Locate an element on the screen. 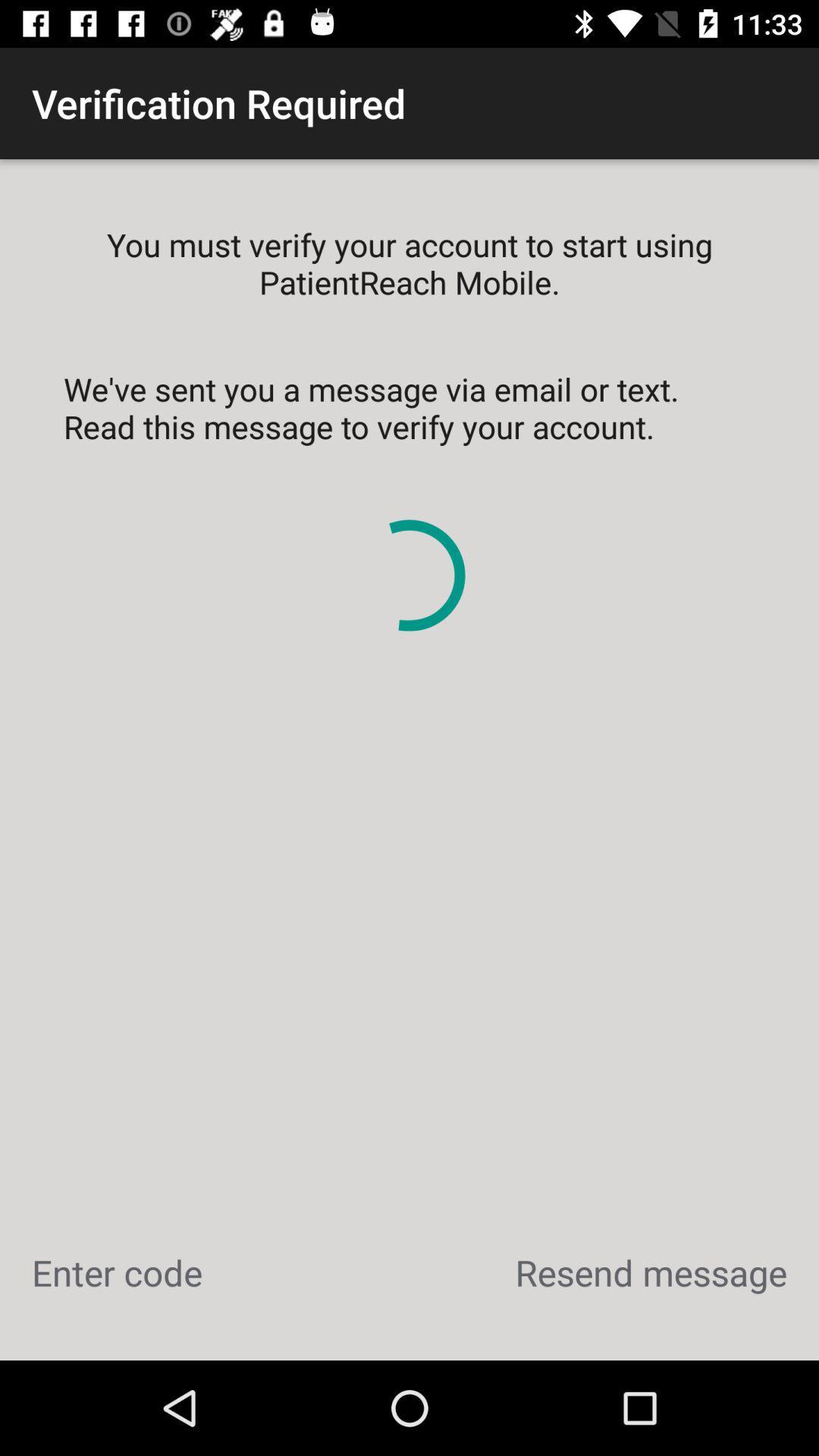  the icon next to resend message item is located at coordinates (116, 1272).